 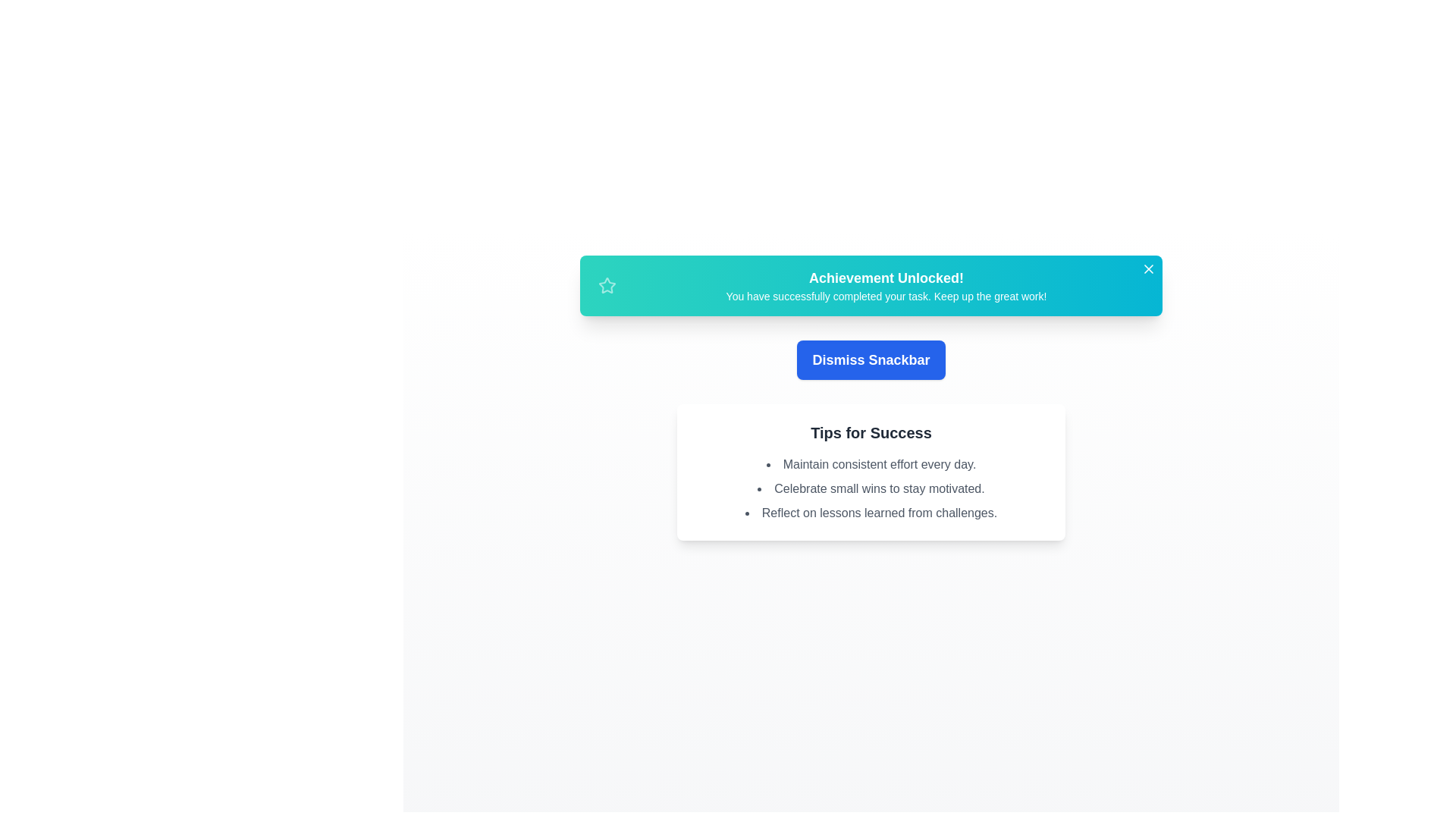 I want to click on star icon in the snackbar, so click(x=607, y=286).